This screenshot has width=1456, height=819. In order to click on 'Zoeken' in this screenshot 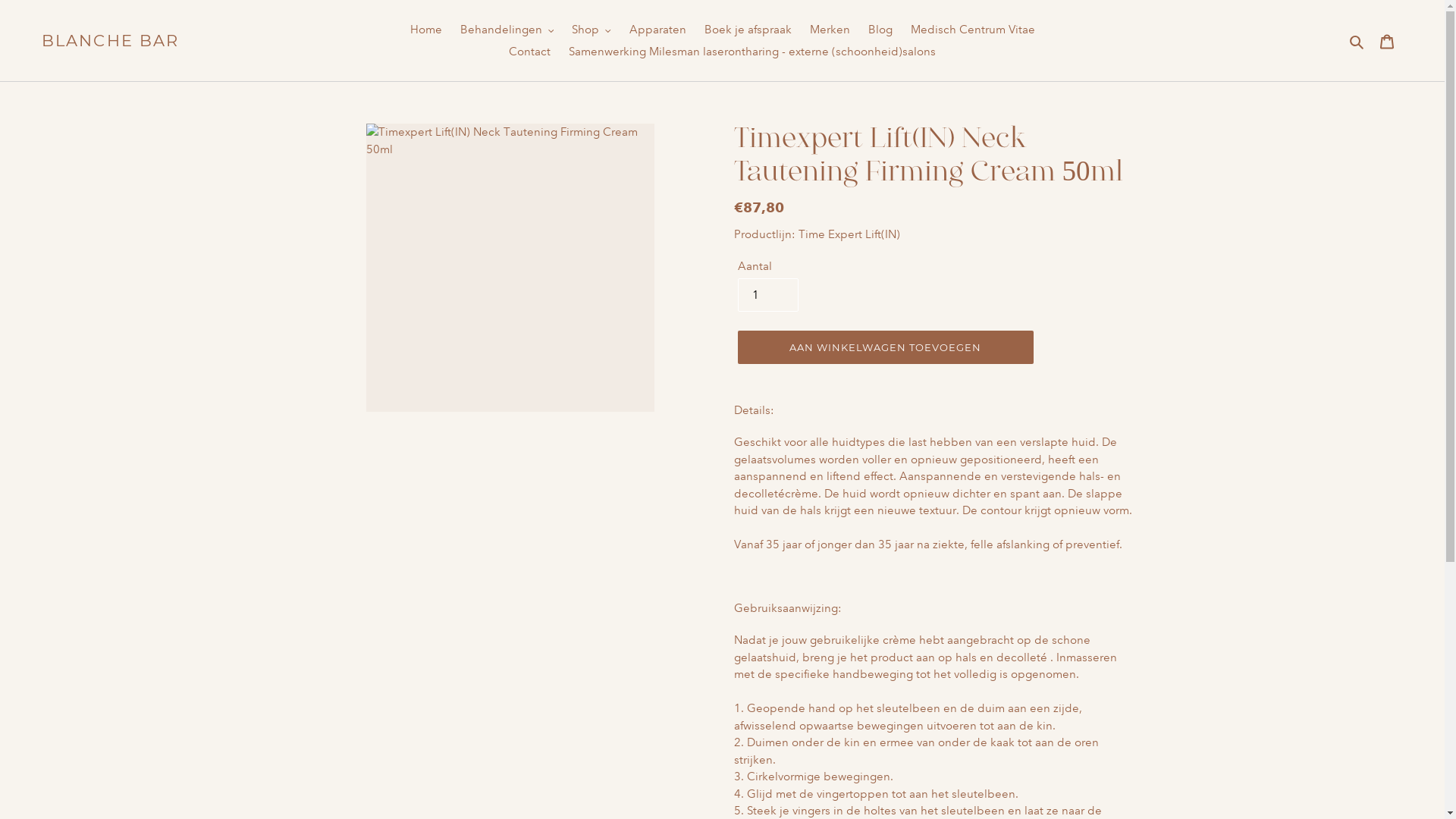, I will do `click(1357, 39)`.